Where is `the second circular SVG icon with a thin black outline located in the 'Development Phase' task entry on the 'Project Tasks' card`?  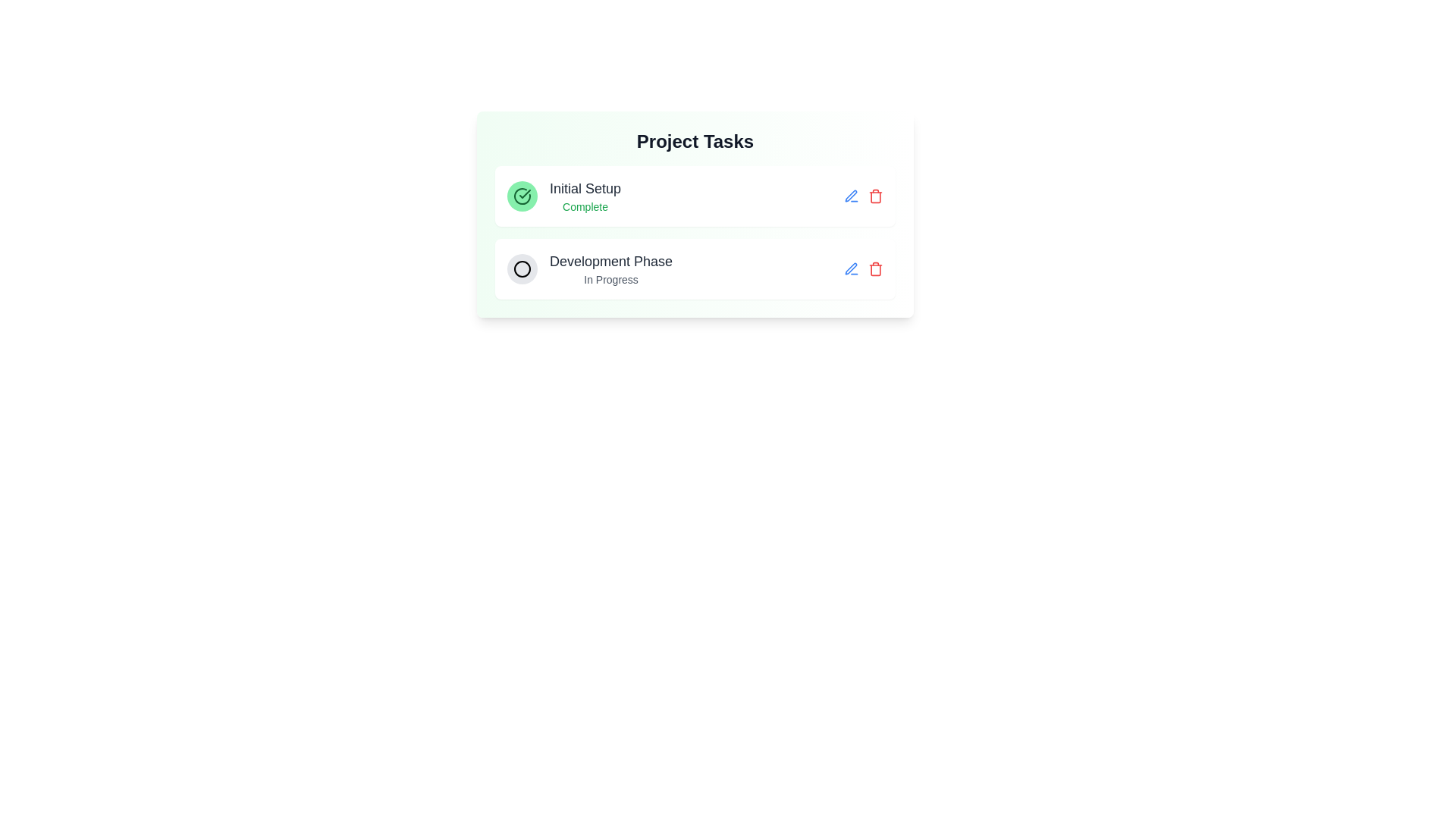 the second circular SVG icon with a thin black outline located in the 'Development Phase' task entry on the 'Project Tasks' card is located at coordinates (522, 268).